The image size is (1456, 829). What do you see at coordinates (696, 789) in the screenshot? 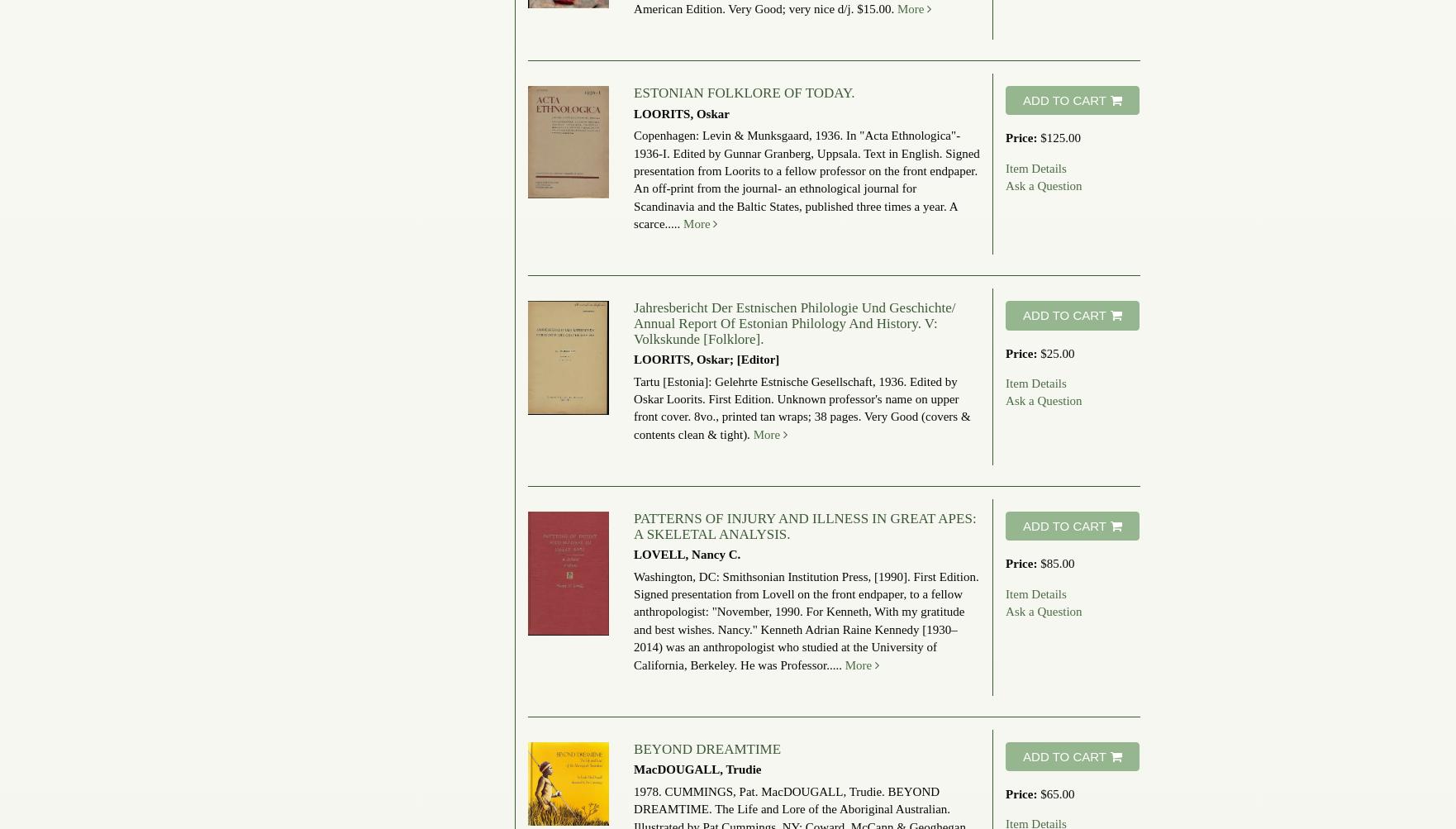
I see `'1978. CUMMINGS, Pat.'` at bounding box center [696, 789].